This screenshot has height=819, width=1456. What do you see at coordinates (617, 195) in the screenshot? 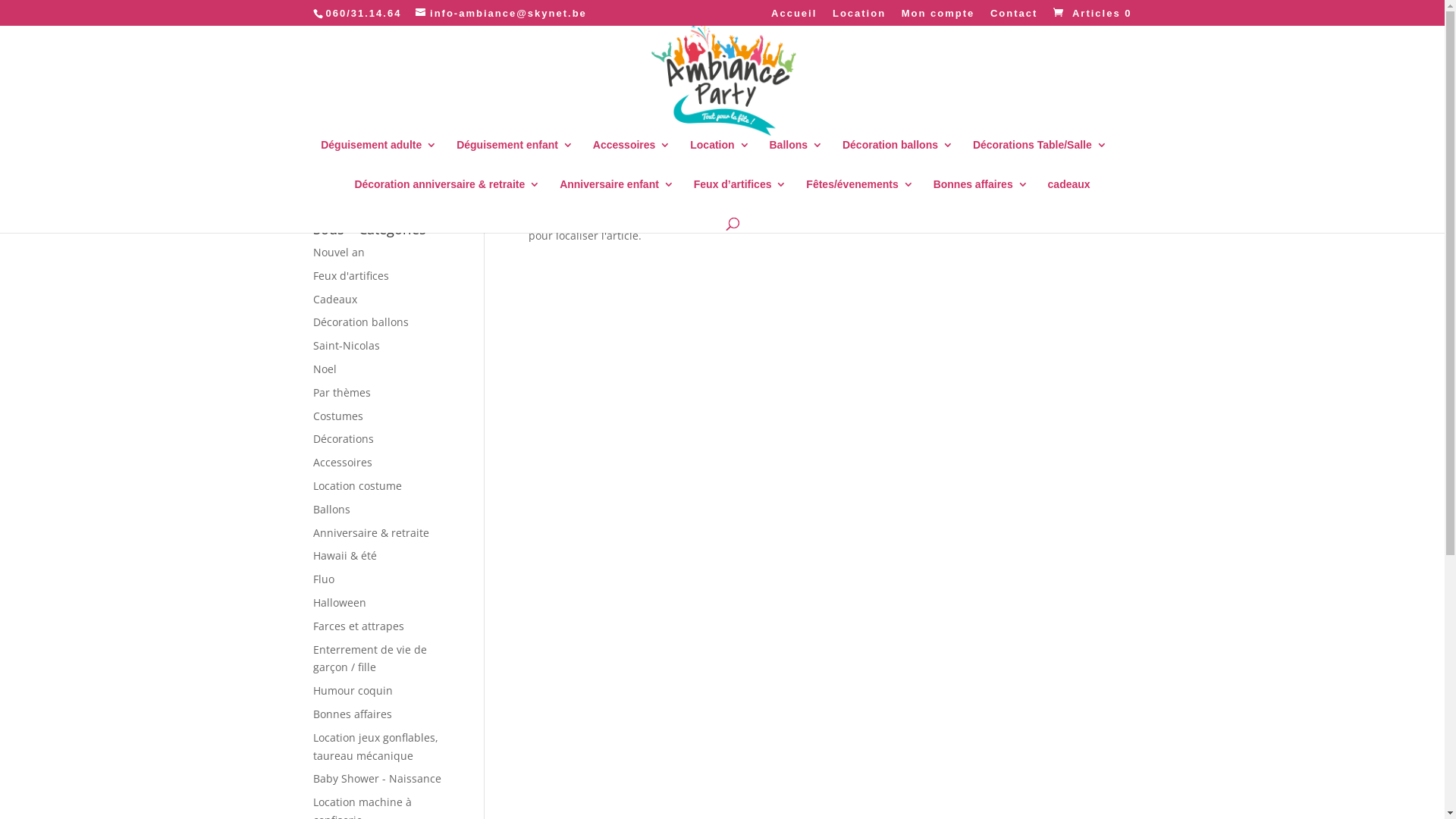
I see `'Anniversaire enfant'` at bounding box center [617, 195].